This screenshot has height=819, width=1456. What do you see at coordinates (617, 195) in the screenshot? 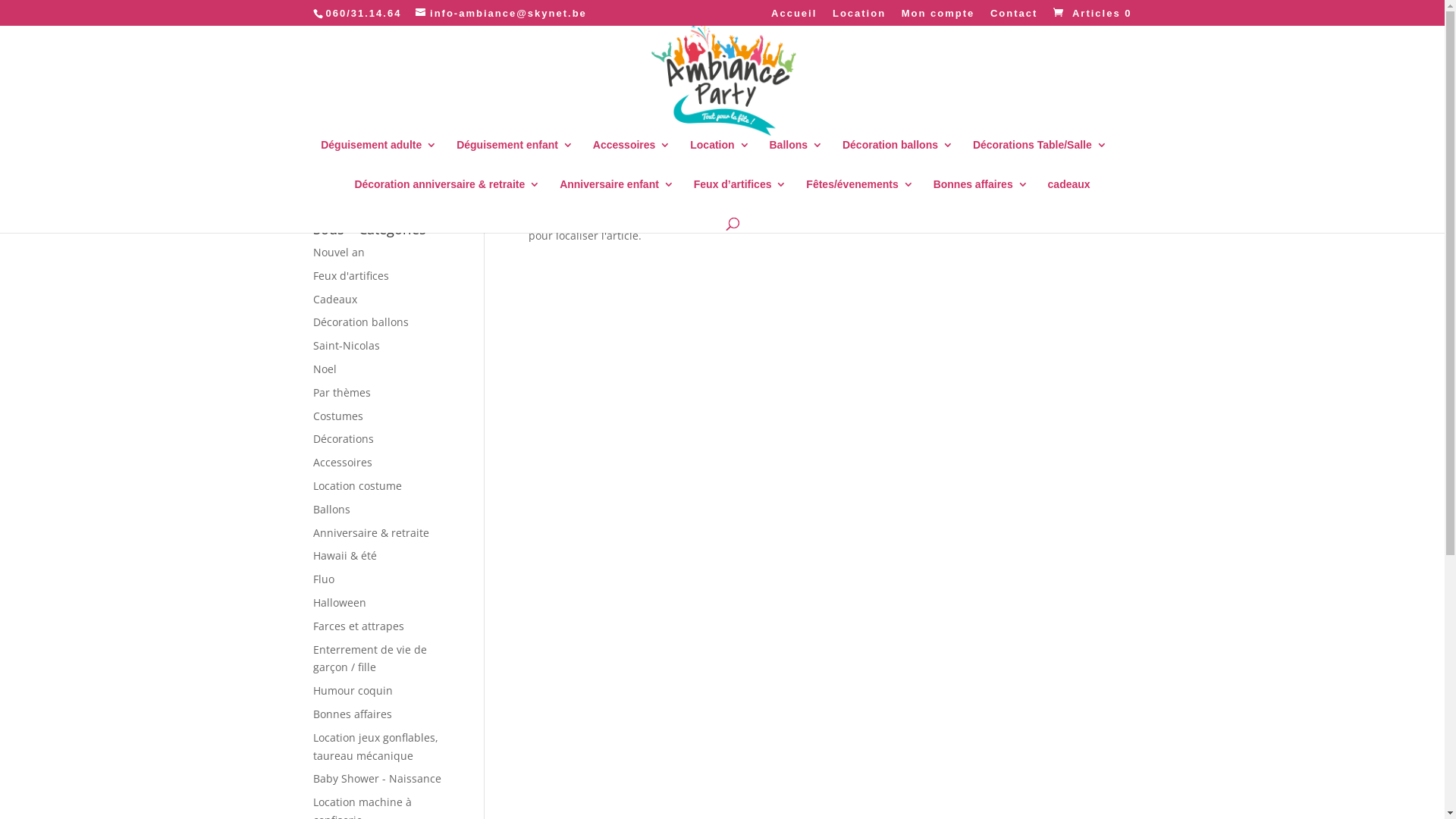
I see `'Anniversaire enfant'` at bounding box center [617, 195].